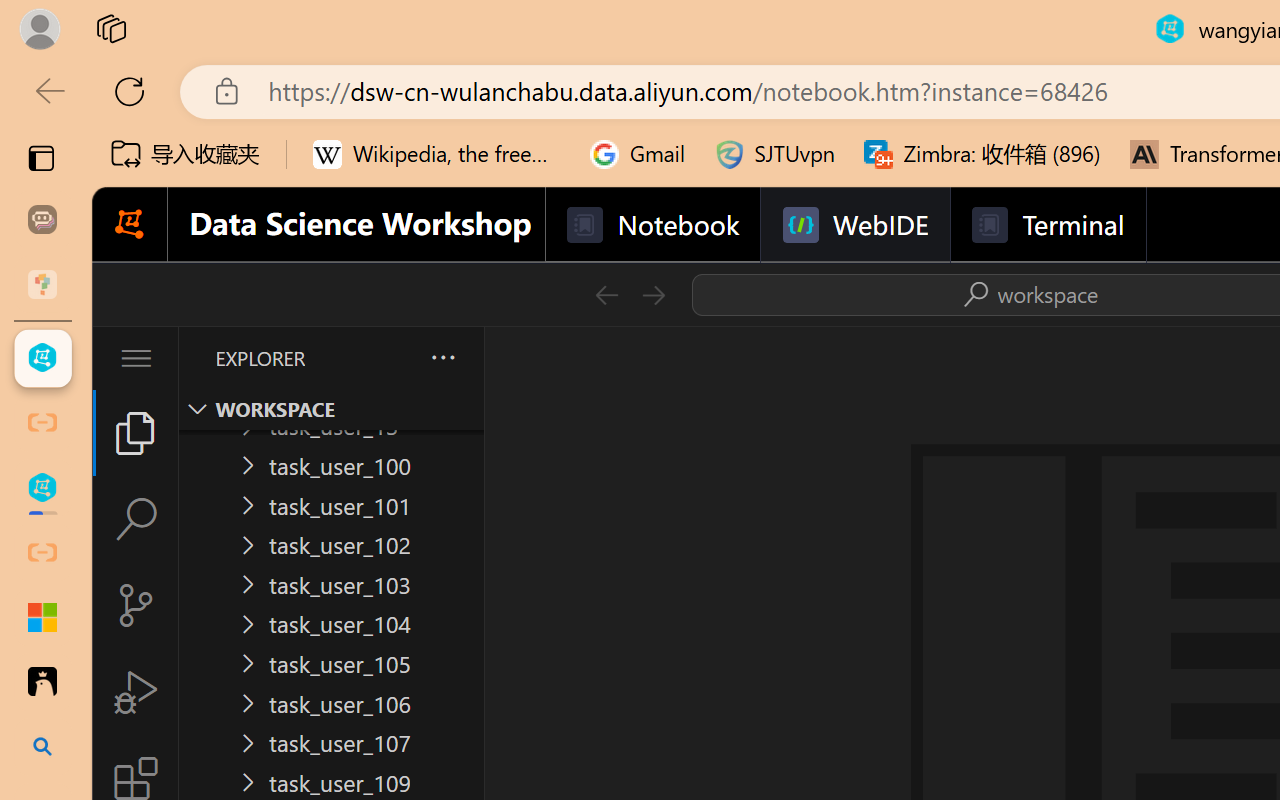  Describe the element at coordinates (652, 294) in the screenshot. I see `'Go Forward (Alt+RightArrow)'` at that location.